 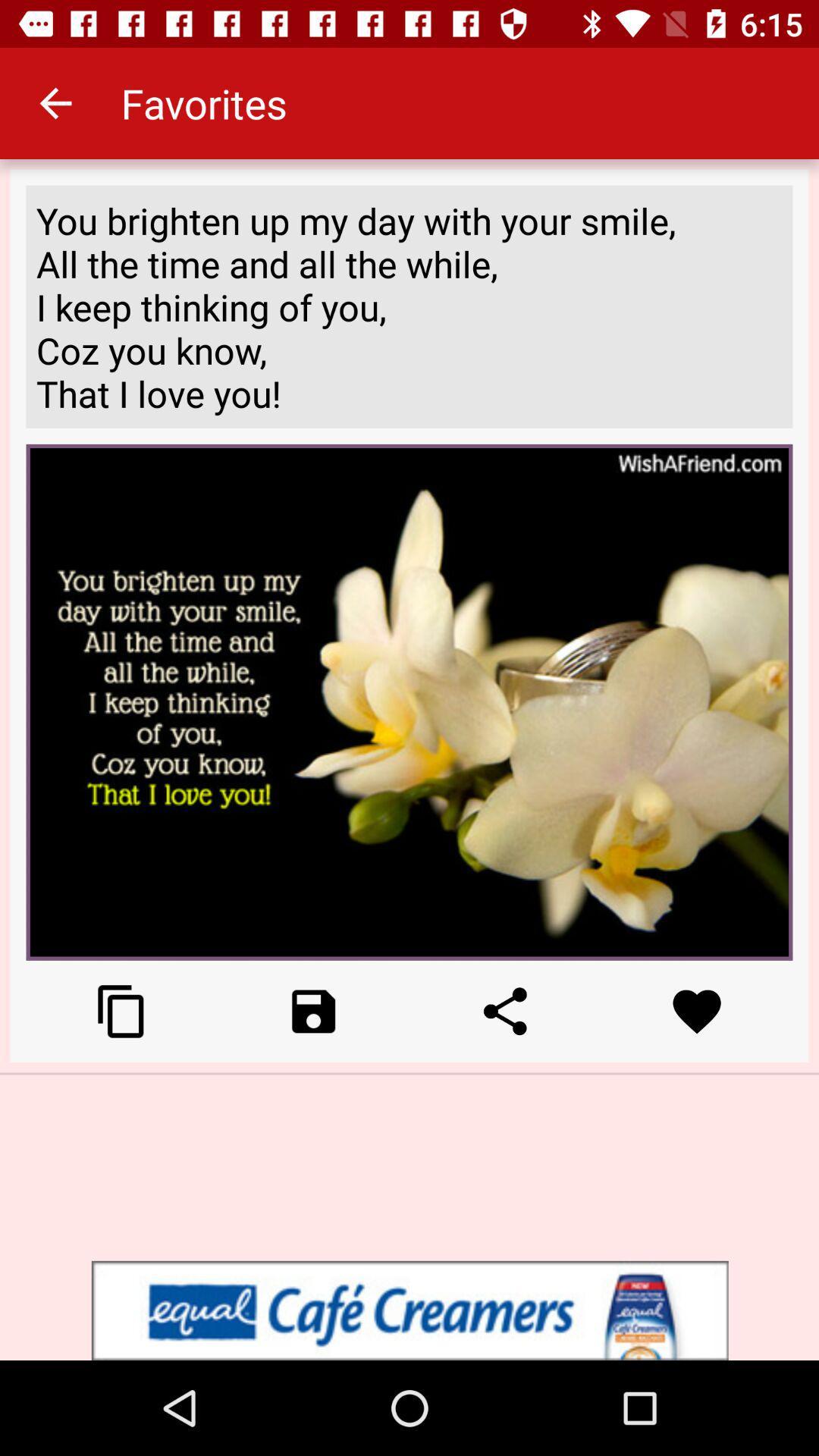 I want to click on go back, so click(x=312, y=1011).